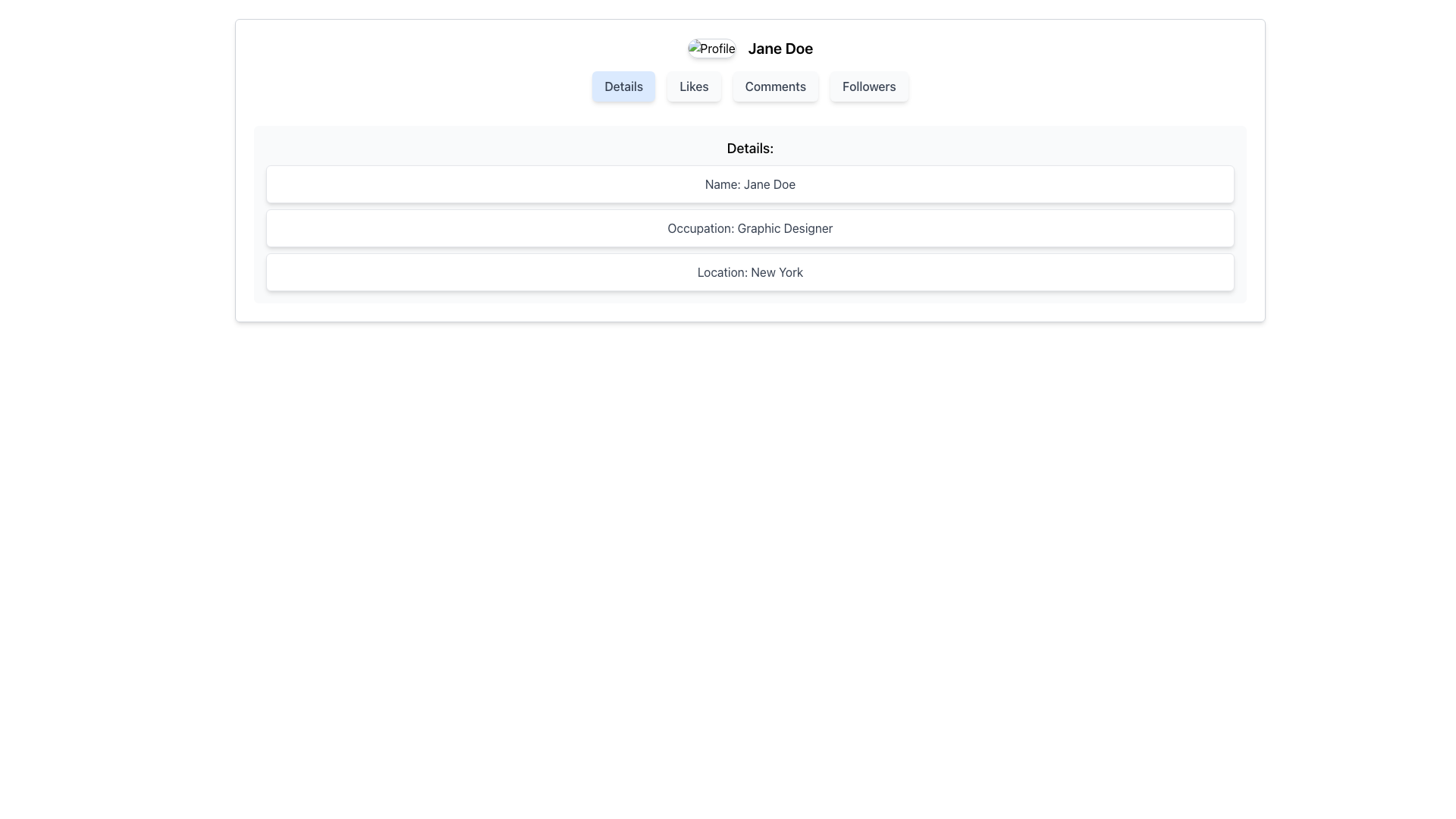 The image size is (1456, 819). What do you see at coordinates (750, 184) in the screenshot?
I see `the Text display field showing 'Jane Doe' in the profile information section, which is the first entry in the vertical list under the heading 'Details:'` at bounding box center [750, 184].